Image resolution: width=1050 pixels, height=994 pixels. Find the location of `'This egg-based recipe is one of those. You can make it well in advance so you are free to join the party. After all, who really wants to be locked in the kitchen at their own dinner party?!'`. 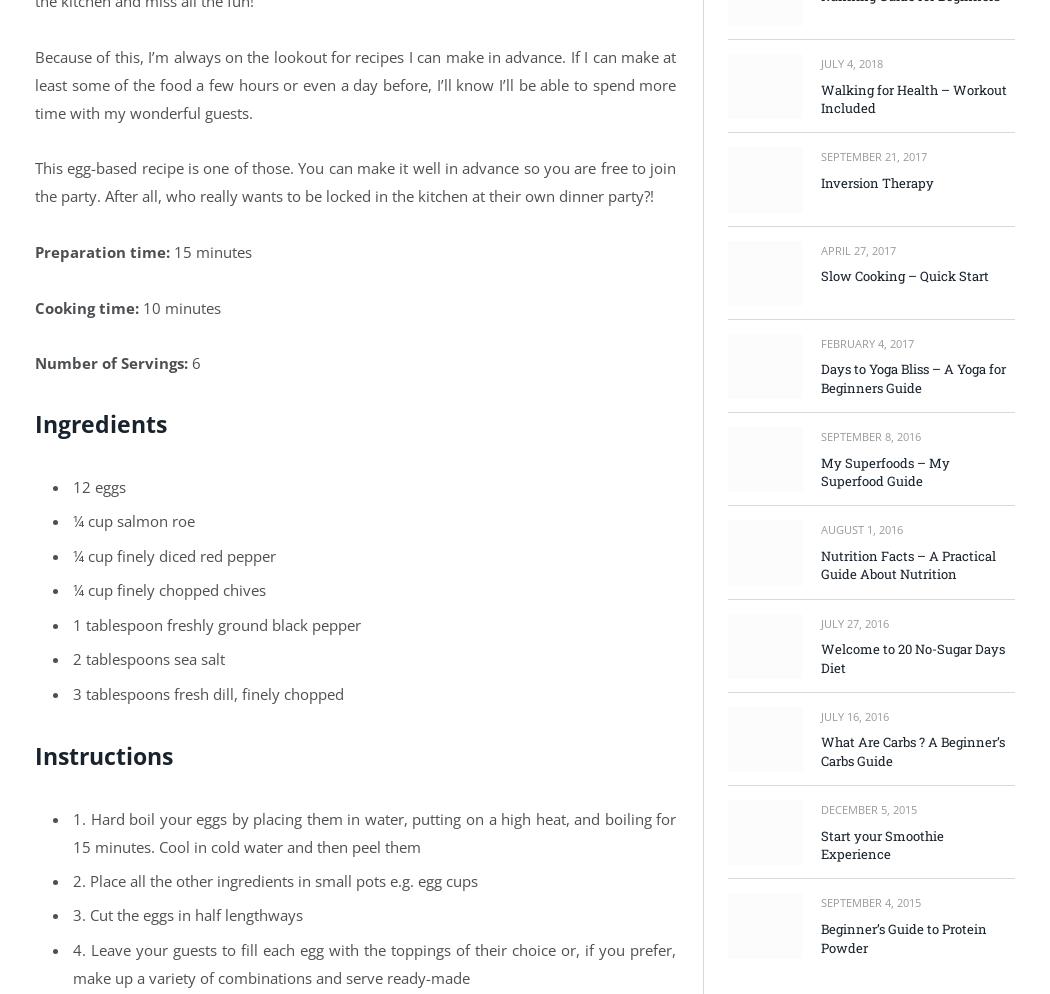

'This egg-based recipe is one of those. You can make it well in advance so you are free to join the party. After all, who really wants to be locked in the kitchen at their own dinner party?!' is located at coordinates (354, 181).